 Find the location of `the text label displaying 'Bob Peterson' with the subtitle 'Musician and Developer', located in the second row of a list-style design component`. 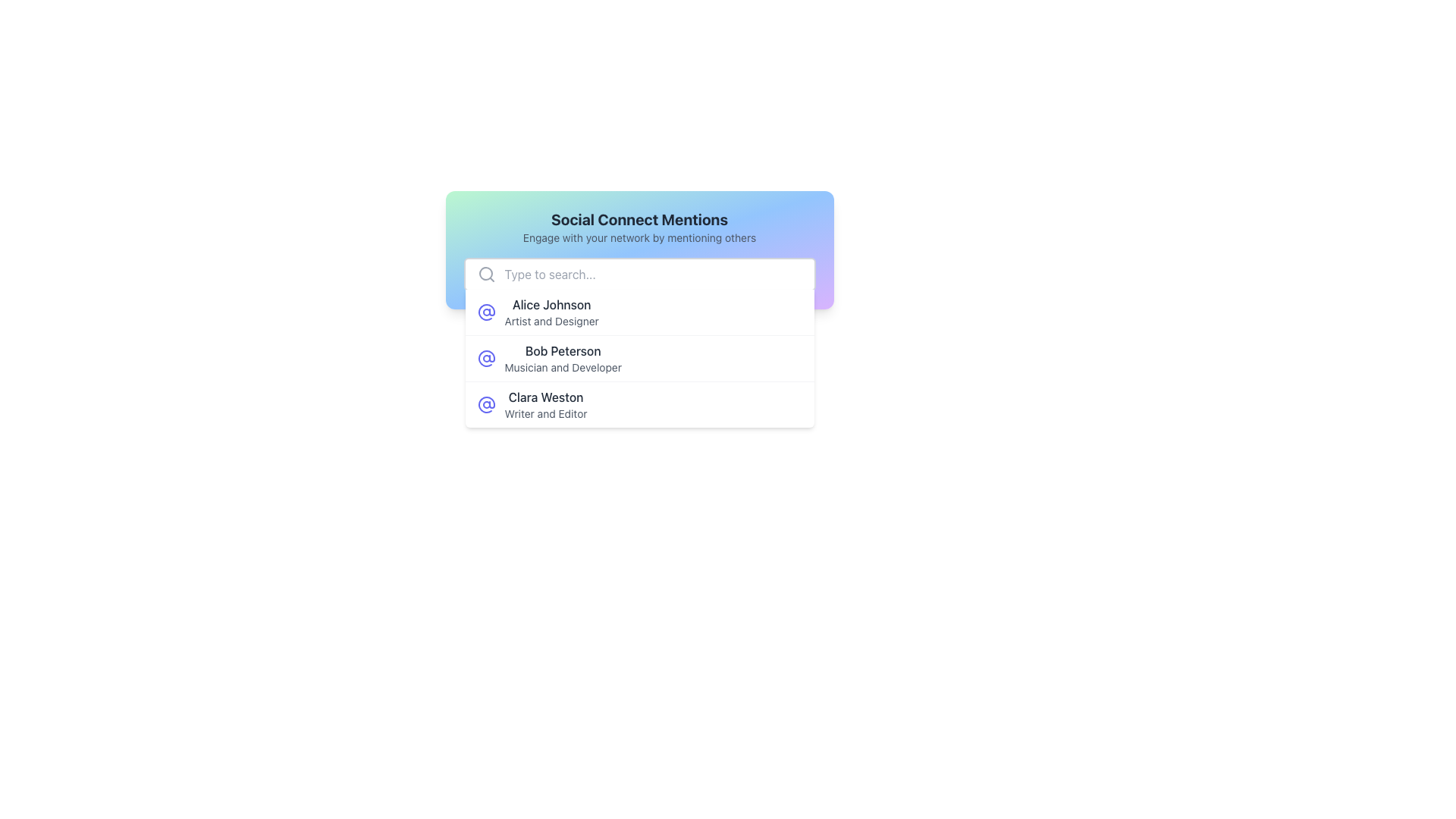

the text label displaying 'Bob Peterson' with the subtitle 'Musician and Developer', located in the second row of a list-style design component is located at coordinates (562, 359).